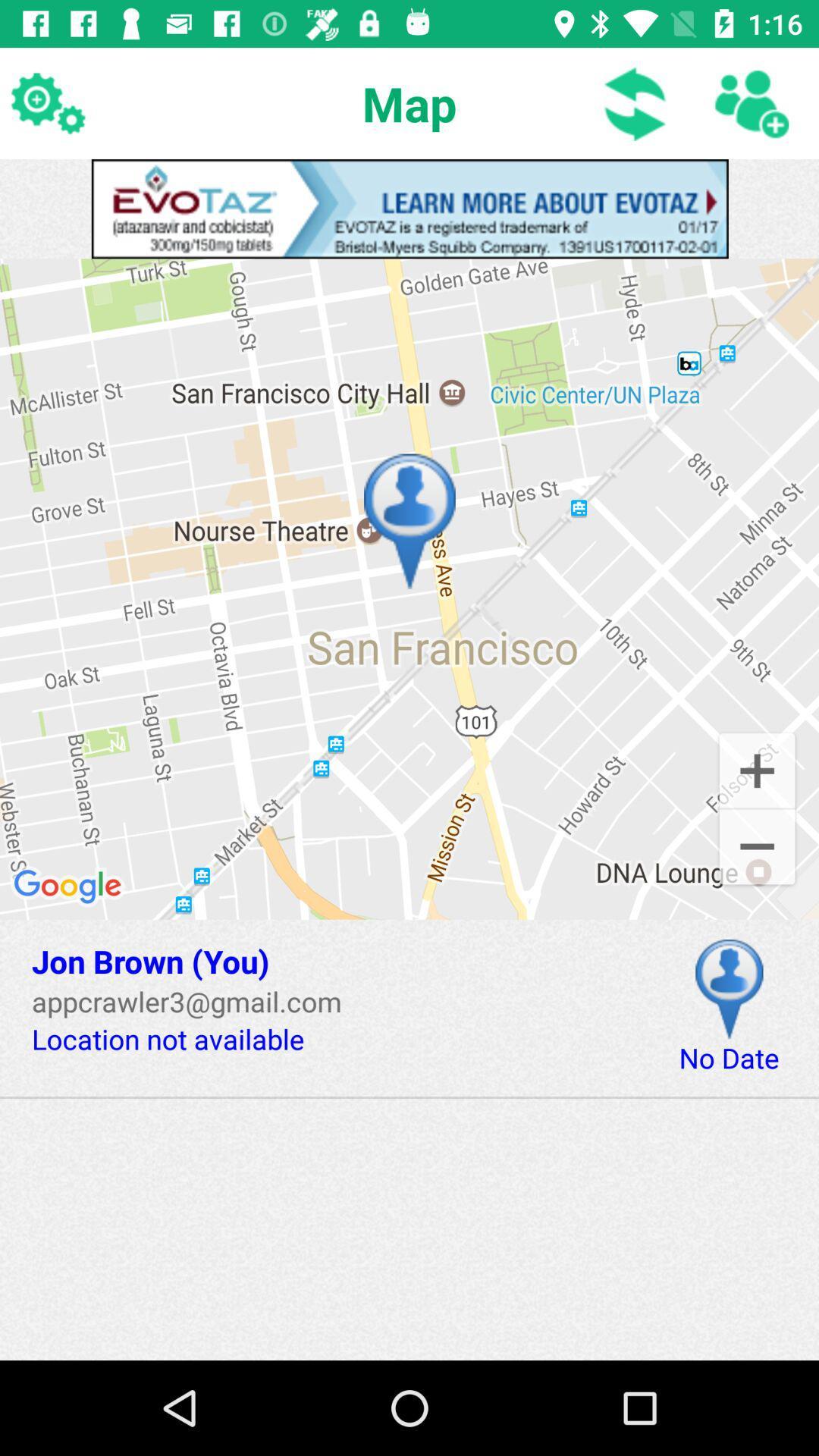 The image size is (819, 1456). What do you see at coordinates (635, 102) in the screenshot?
I see `refresh page` at bounding box center [635, 102].